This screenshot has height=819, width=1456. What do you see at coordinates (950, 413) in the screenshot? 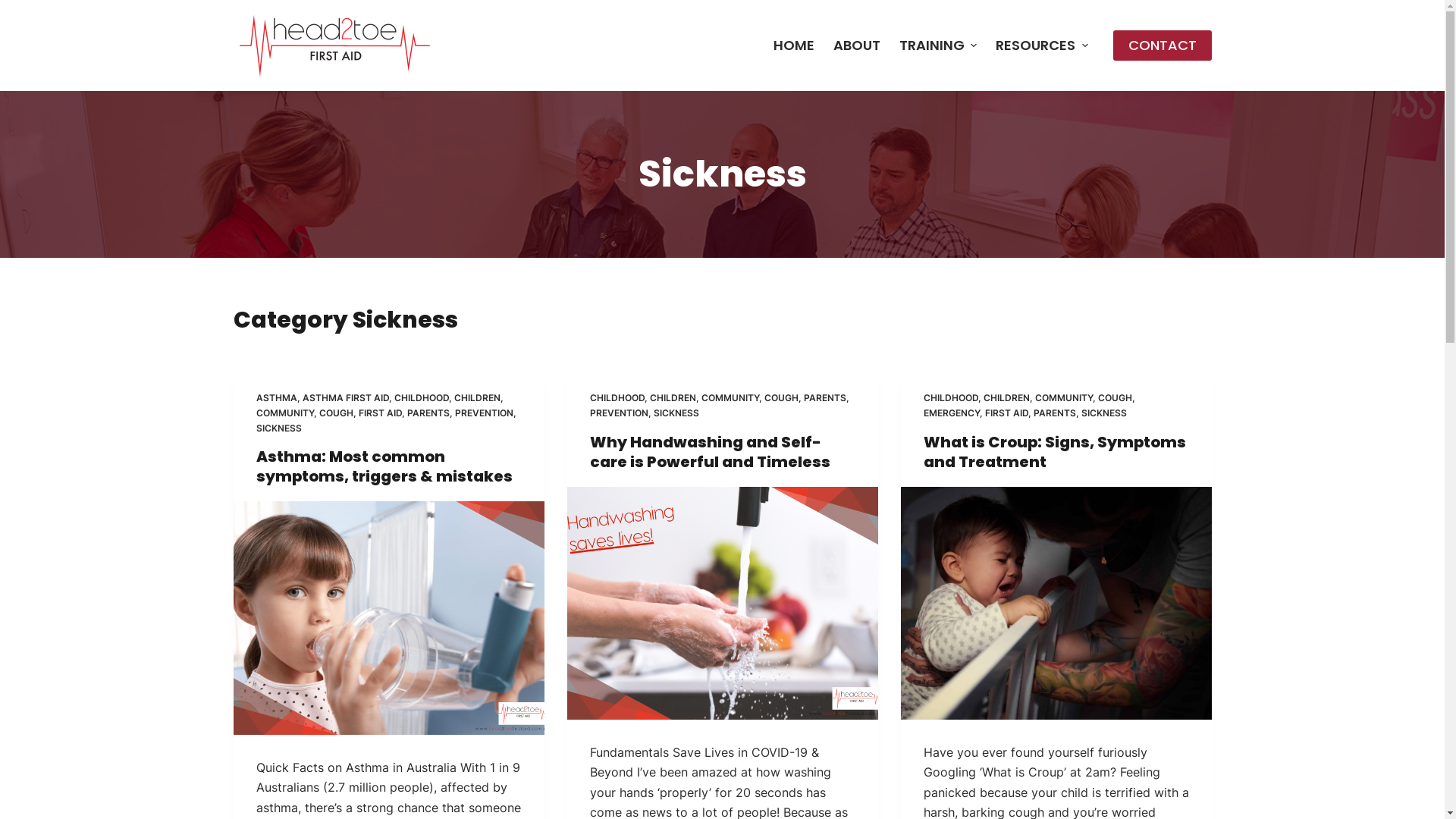
I see `'EMERGENCY'` at bounding box center [950, 413].